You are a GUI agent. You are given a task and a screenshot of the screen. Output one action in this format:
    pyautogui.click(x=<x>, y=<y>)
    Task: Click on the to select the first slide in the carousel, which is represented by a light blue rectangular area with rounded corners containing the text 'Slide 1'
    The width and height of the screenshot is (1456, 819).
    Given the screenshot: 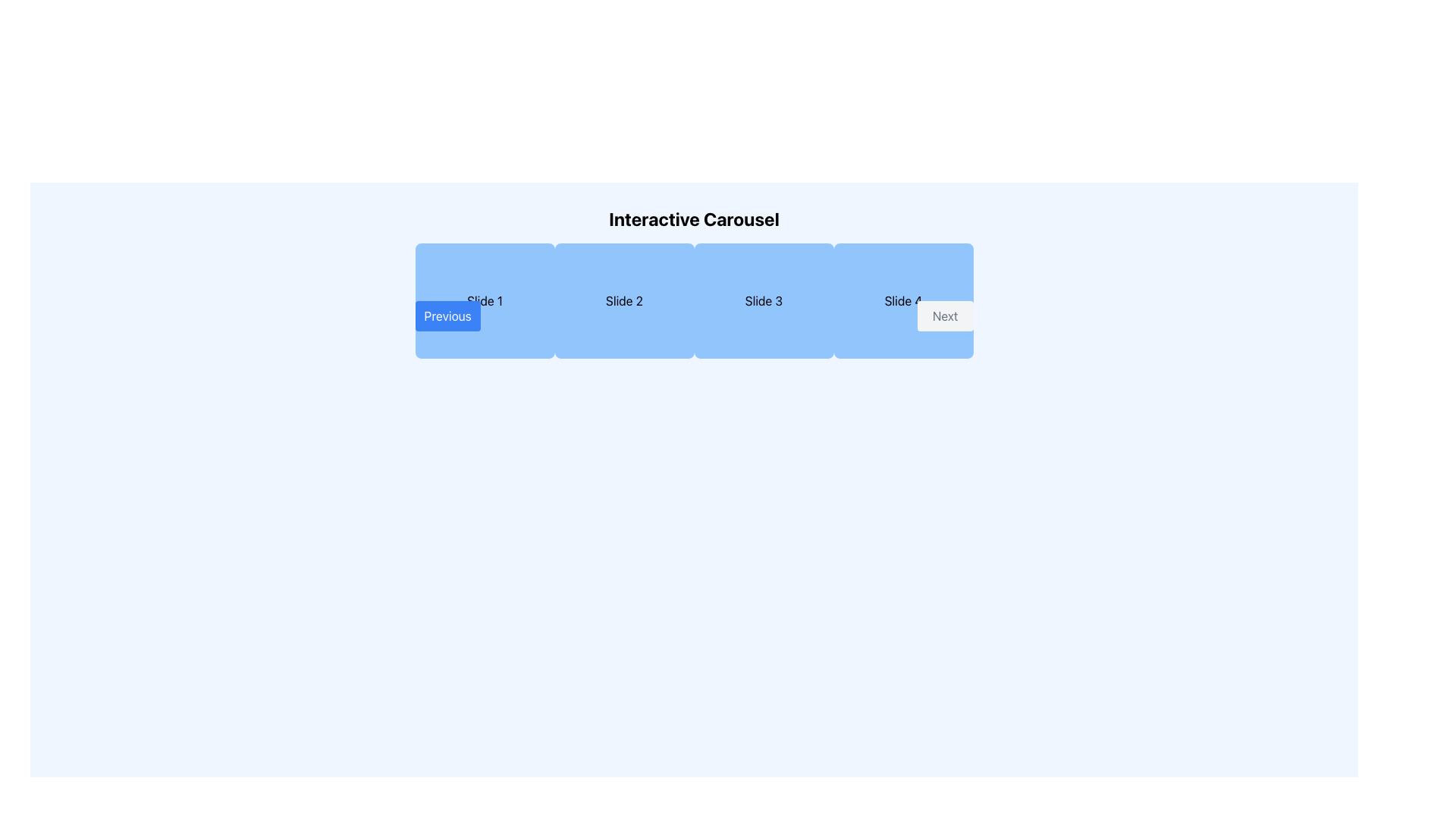 What is the action you would take?
    pyautogui.click(x=484, y=301)
    